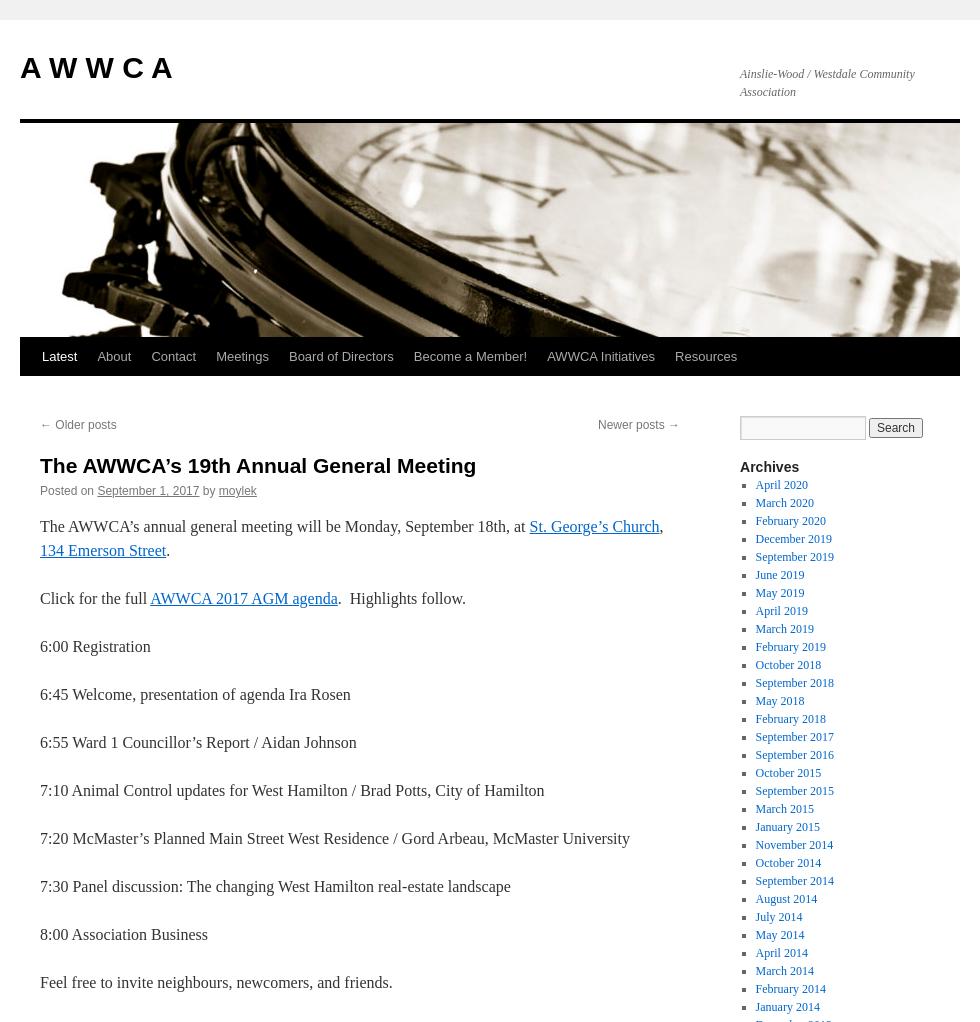  Describe the element at coordinates (284, 525) in the screenshot. I see `'The AWWCA’s annual general meeting will be Monday, September 18th, at'` at that location.